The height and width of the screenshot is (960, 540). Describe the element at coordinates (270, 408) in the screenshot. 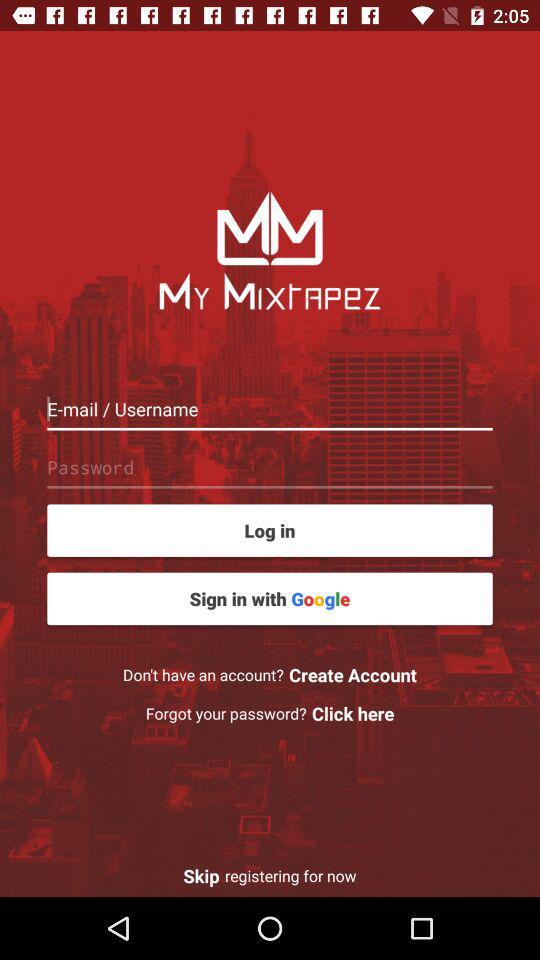

I see `email` at that location.